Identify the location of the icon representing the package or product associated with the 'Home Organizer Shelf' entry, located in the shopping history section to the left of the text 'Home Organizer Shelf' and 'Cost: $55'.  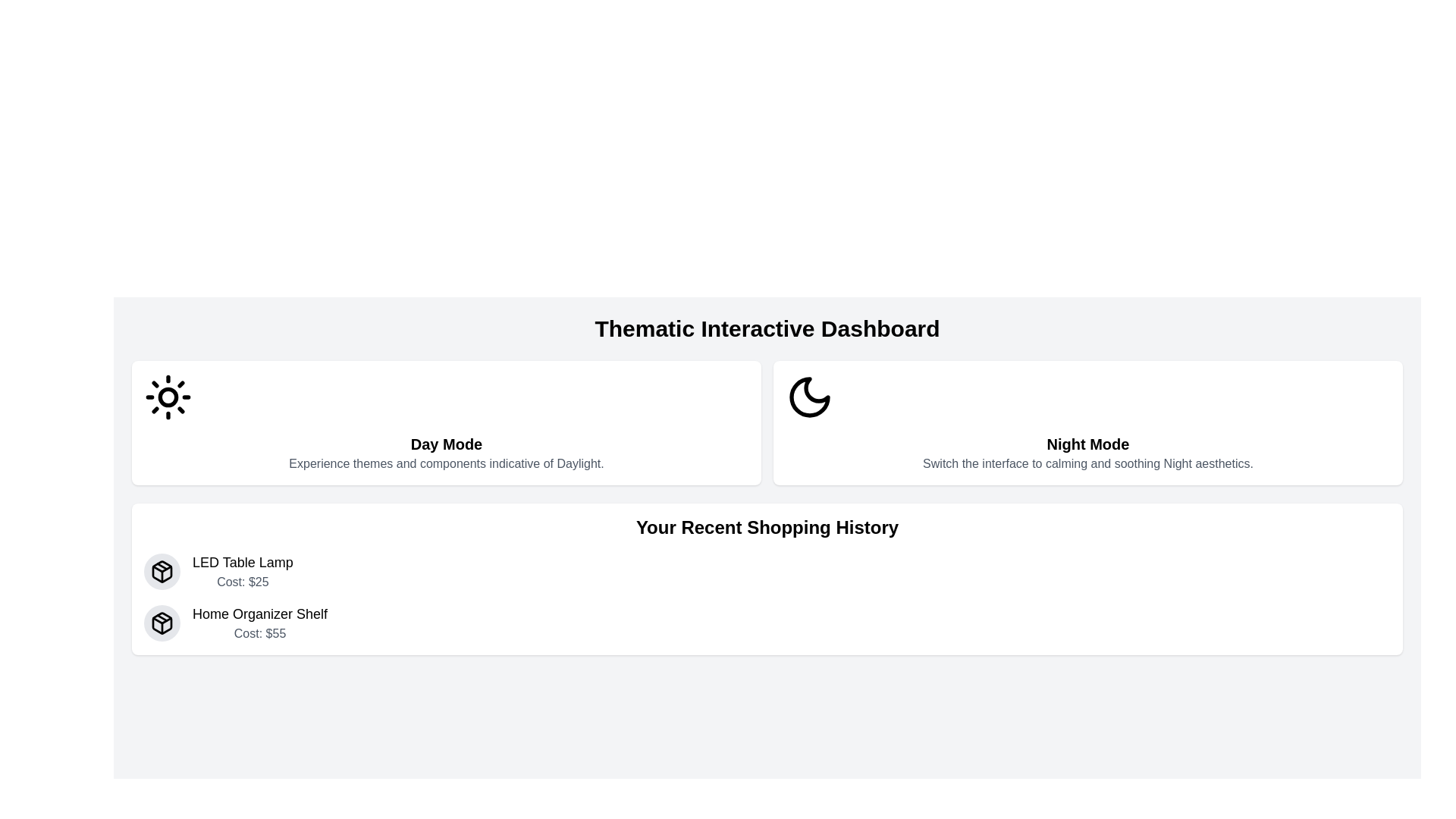
(162, 623).